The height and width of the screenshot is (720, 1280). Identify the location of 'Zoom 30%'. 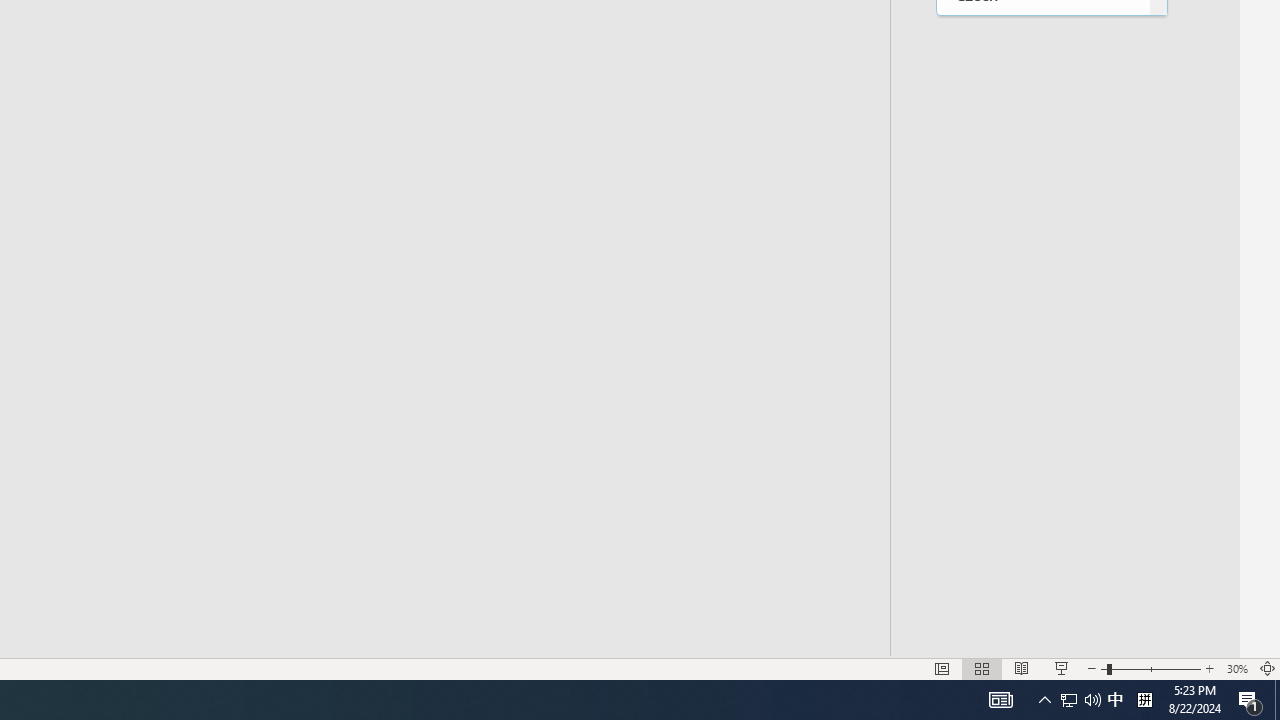
(1236, 669).